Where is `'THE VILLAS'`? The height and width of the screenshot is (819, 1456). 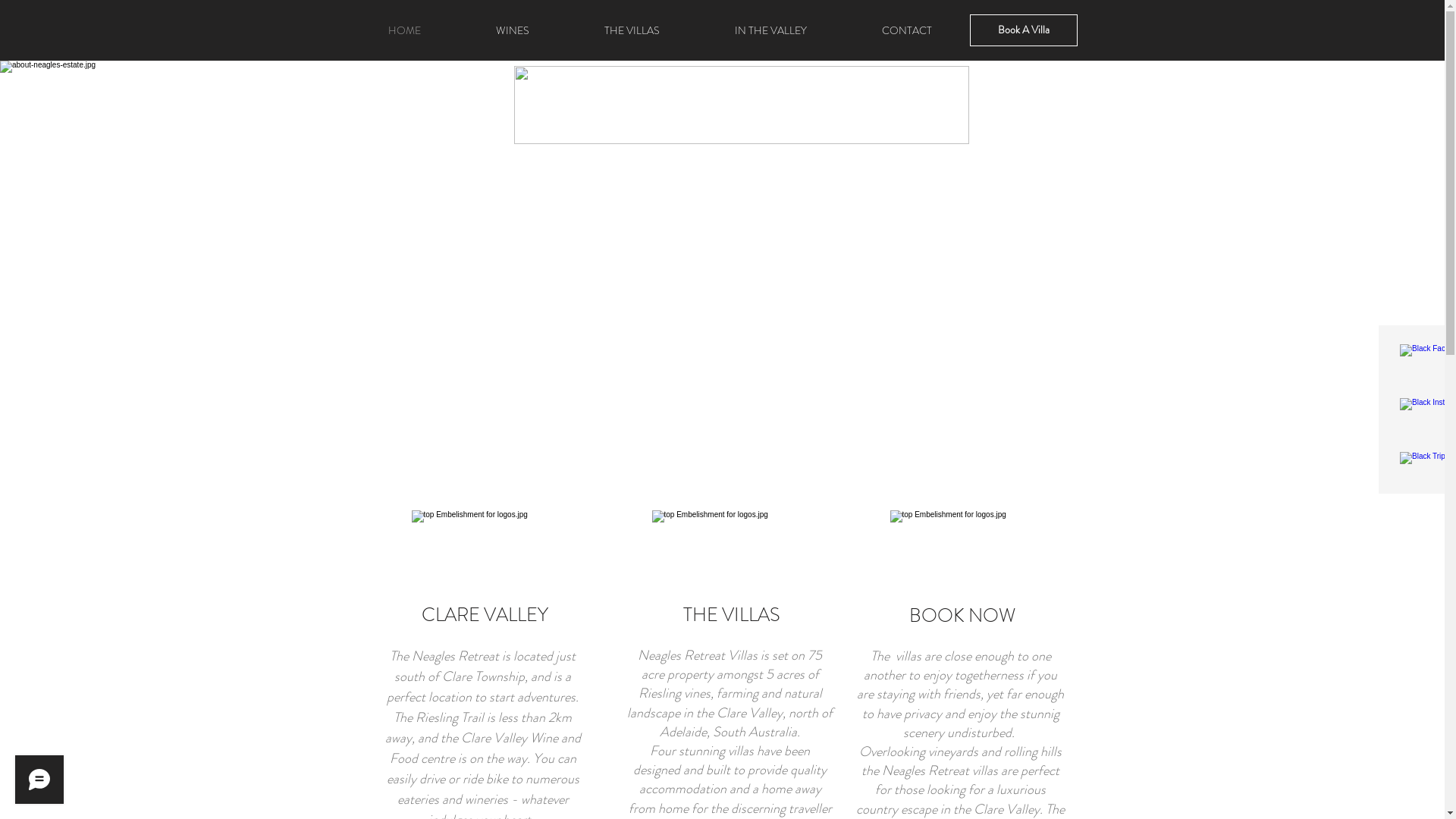 'THE VILLAS' is located at coordinates (632, 30).